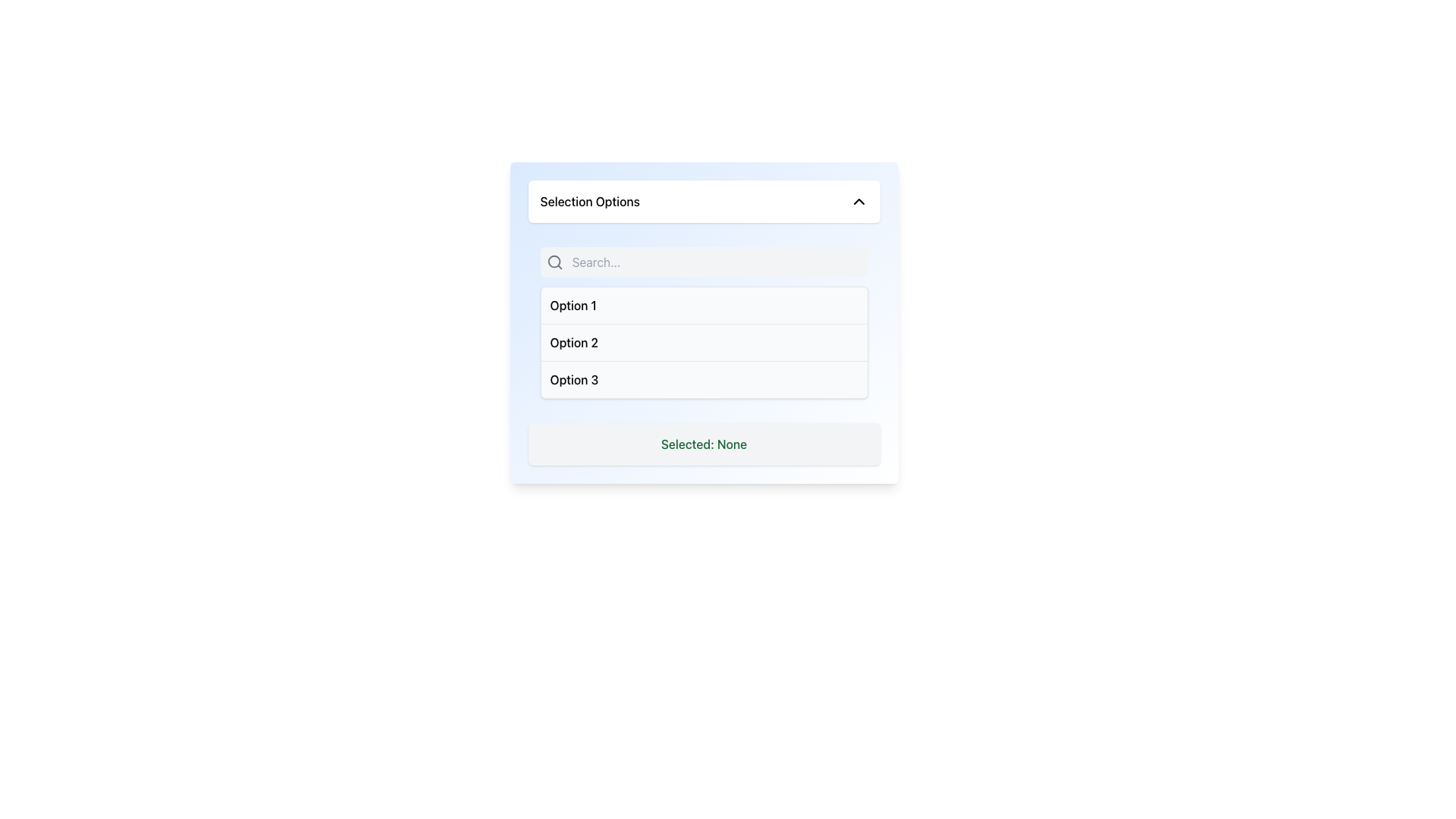 The height and width of the screenshot is (819, 1456). Describe the element at coordinates (703, 305) in the screenshot. I see `the first selectable option 'Option 1' in the dropdown menu` at that location.